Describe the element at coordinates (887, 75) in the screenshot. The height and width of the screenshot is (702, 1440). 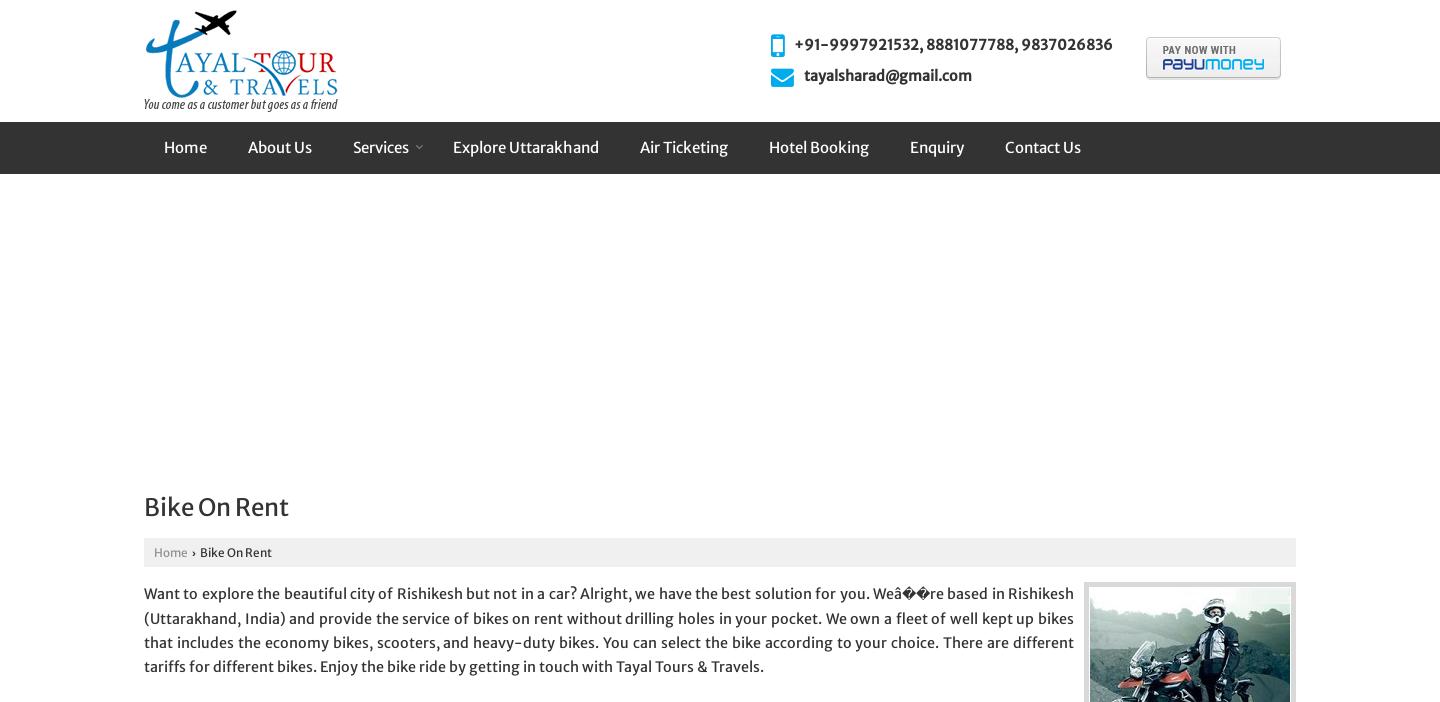
I see `'tayalsharad@gmail.com'` at that location.